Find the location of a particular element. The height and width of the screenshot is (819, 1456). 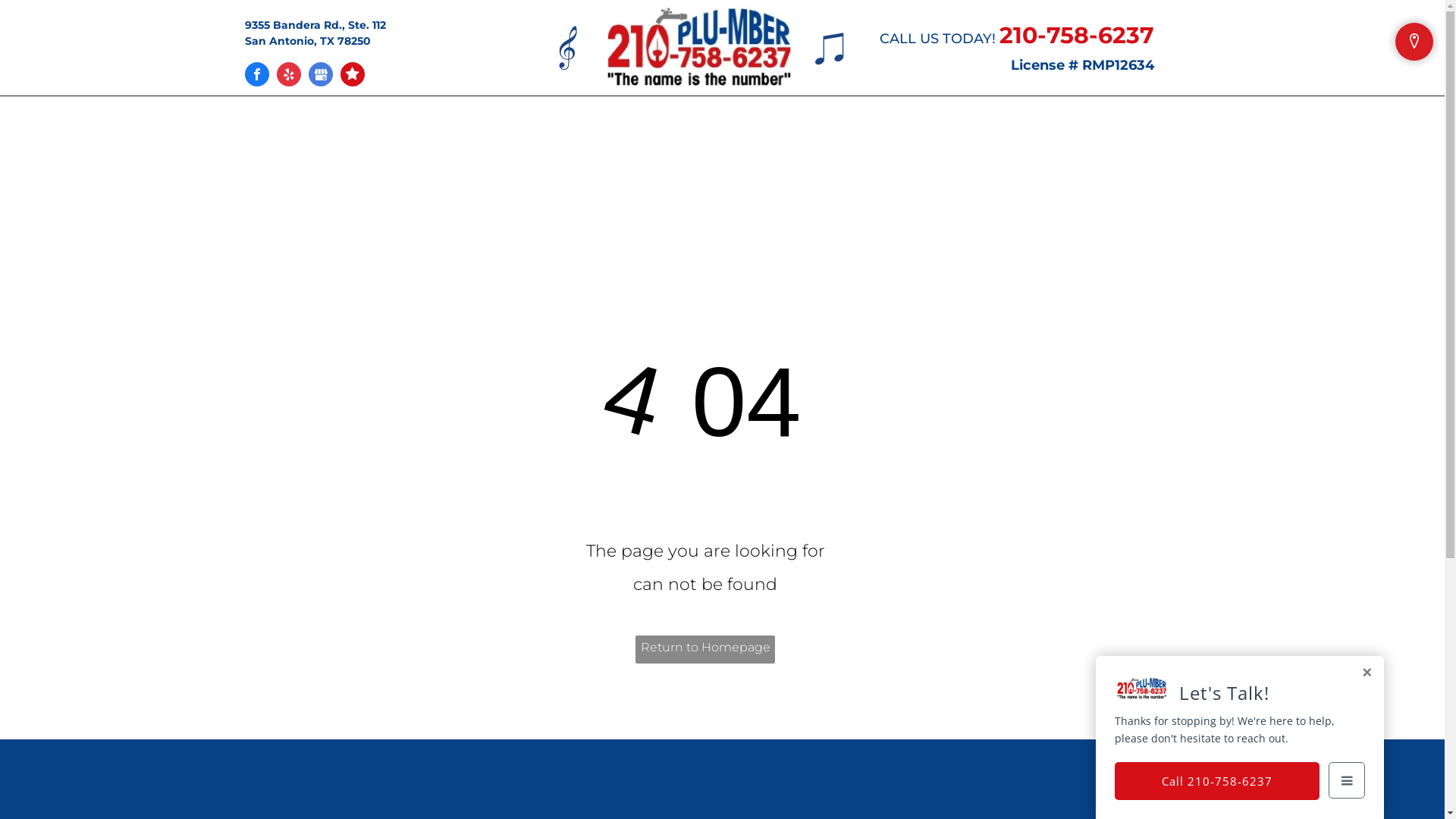

'210-PLUMBER' is located at coordinates (698, 45).